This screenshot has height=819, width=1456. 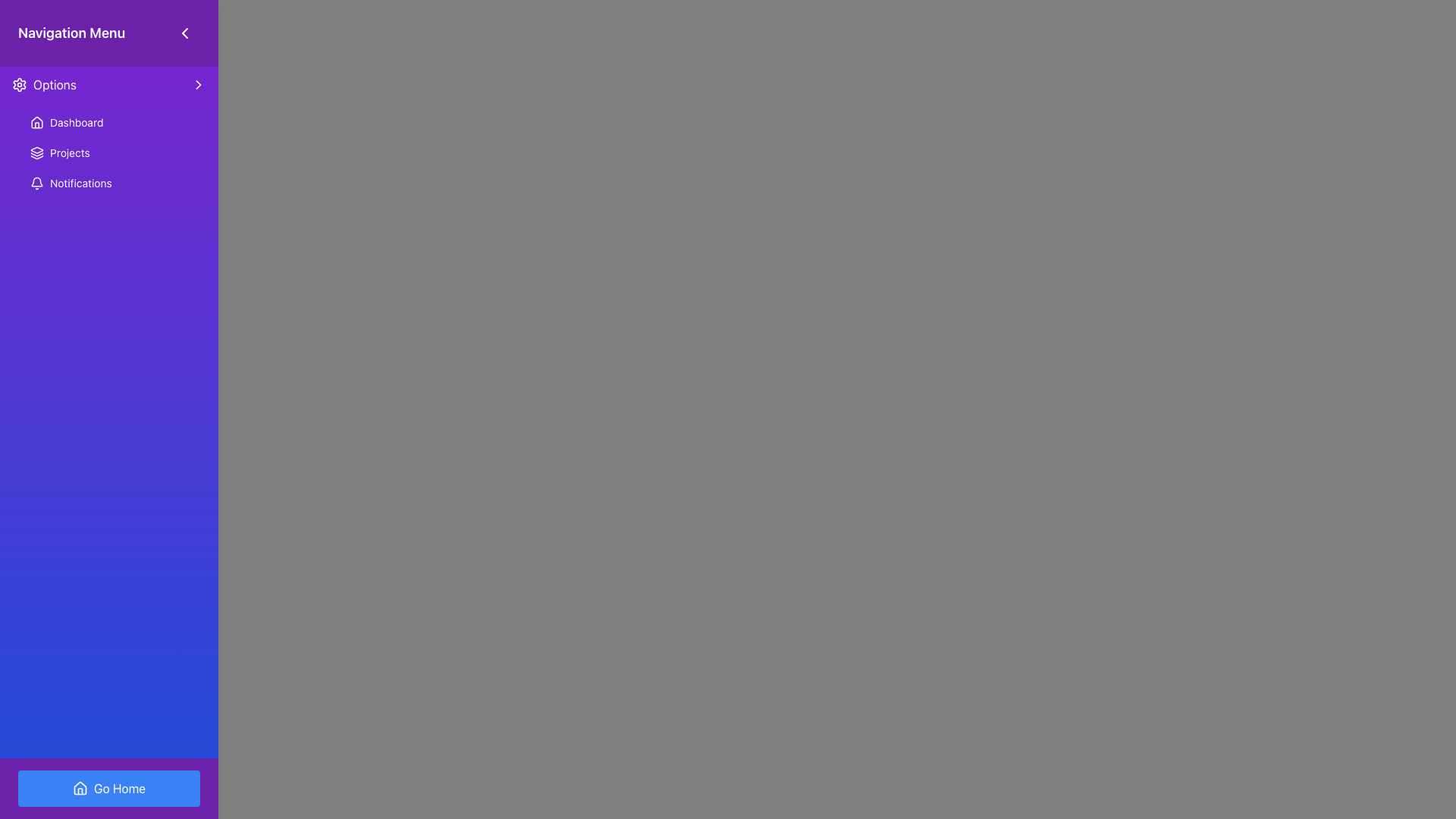 I want to click on the text label in the vertical navigation menu under 'Options', so click(x=80, y=183).